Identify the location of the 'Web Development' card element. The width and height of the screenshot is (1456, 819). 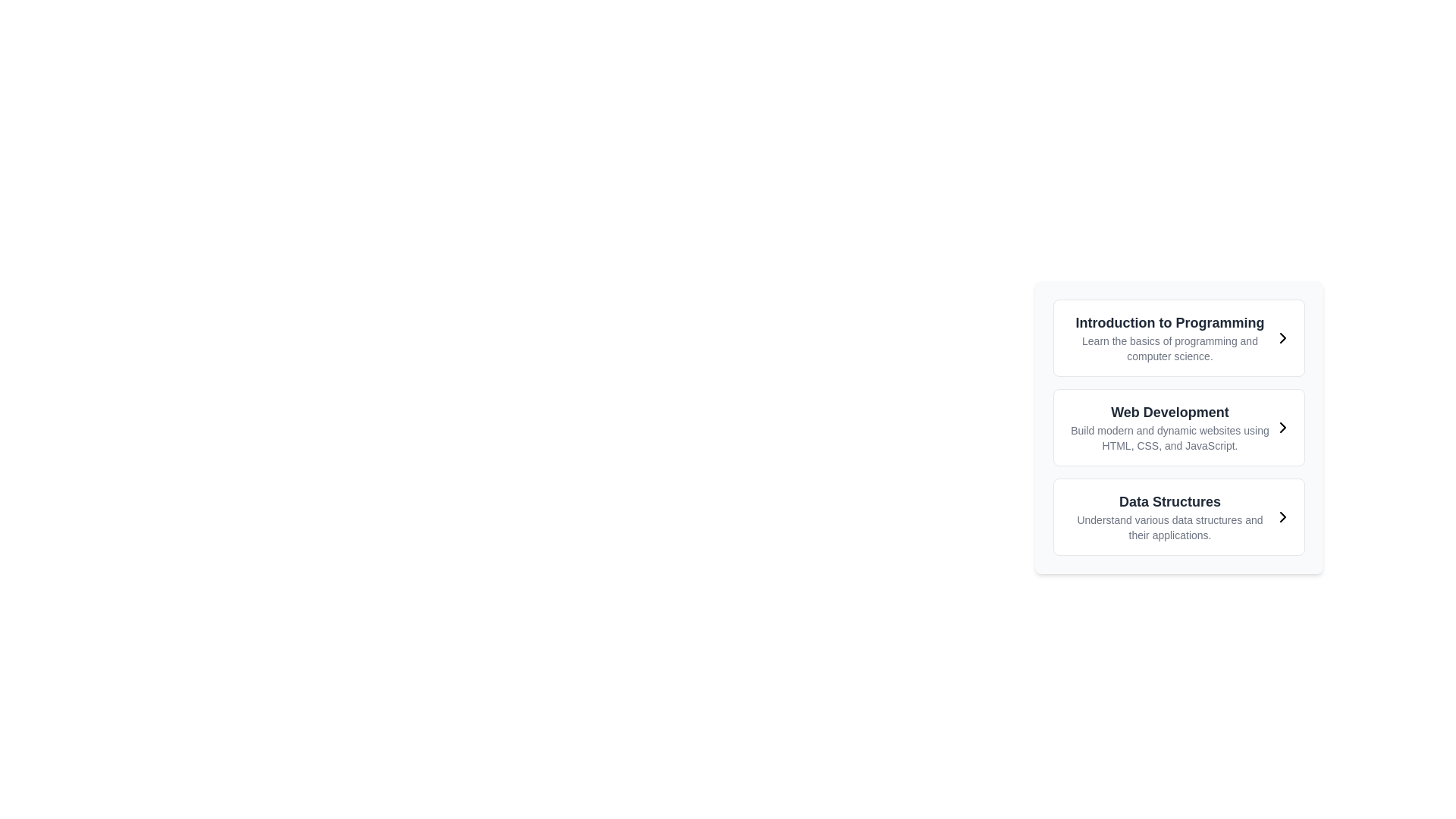
(1178, 427).